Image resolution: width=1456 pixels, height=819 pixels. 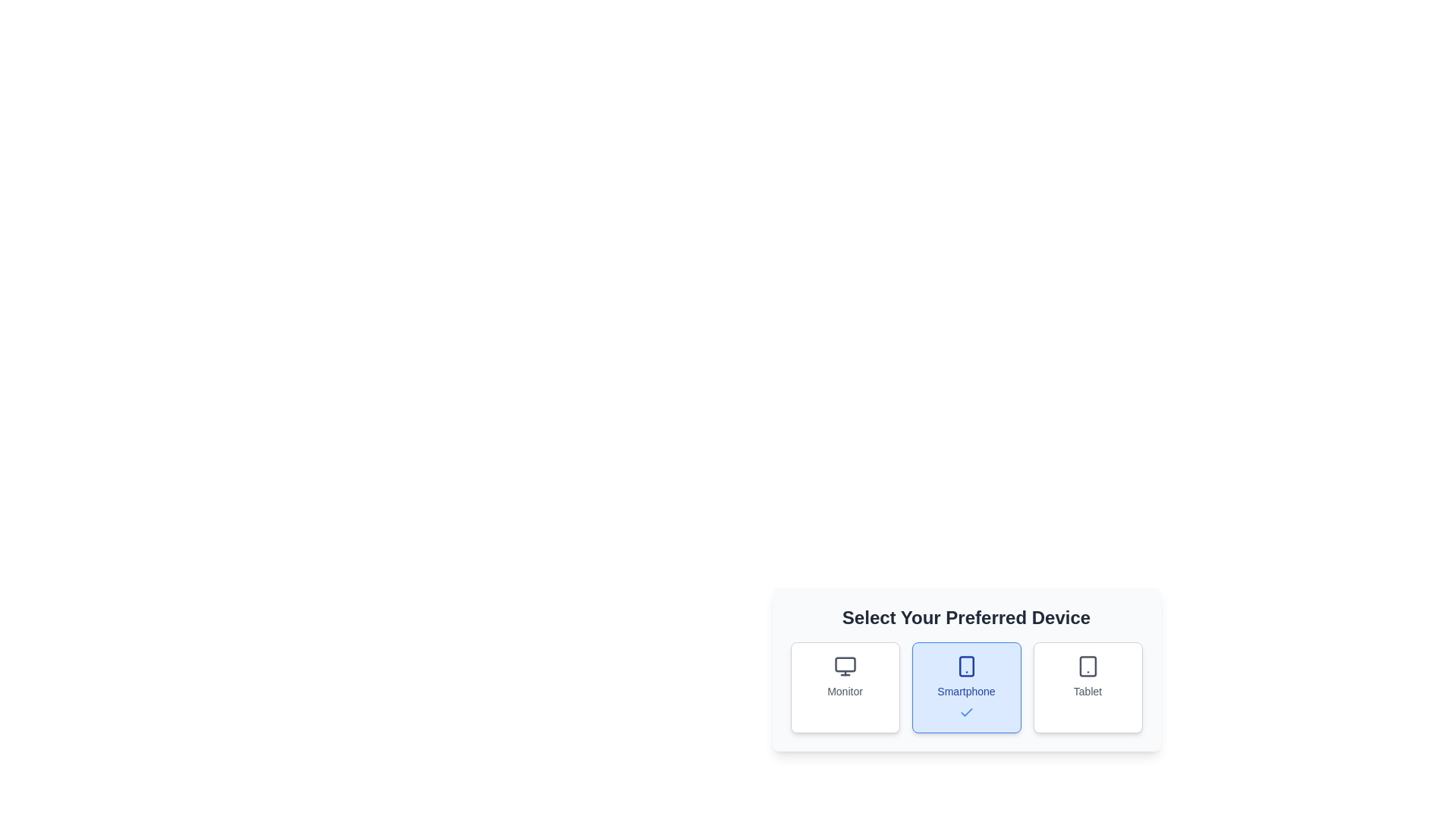 I want to click on the graphical icon representing the tablet device type, which is a rectangular area containing a rounded tablet icon with a home button, located in the bottom panel of device options, so click(x=1087, y=666).